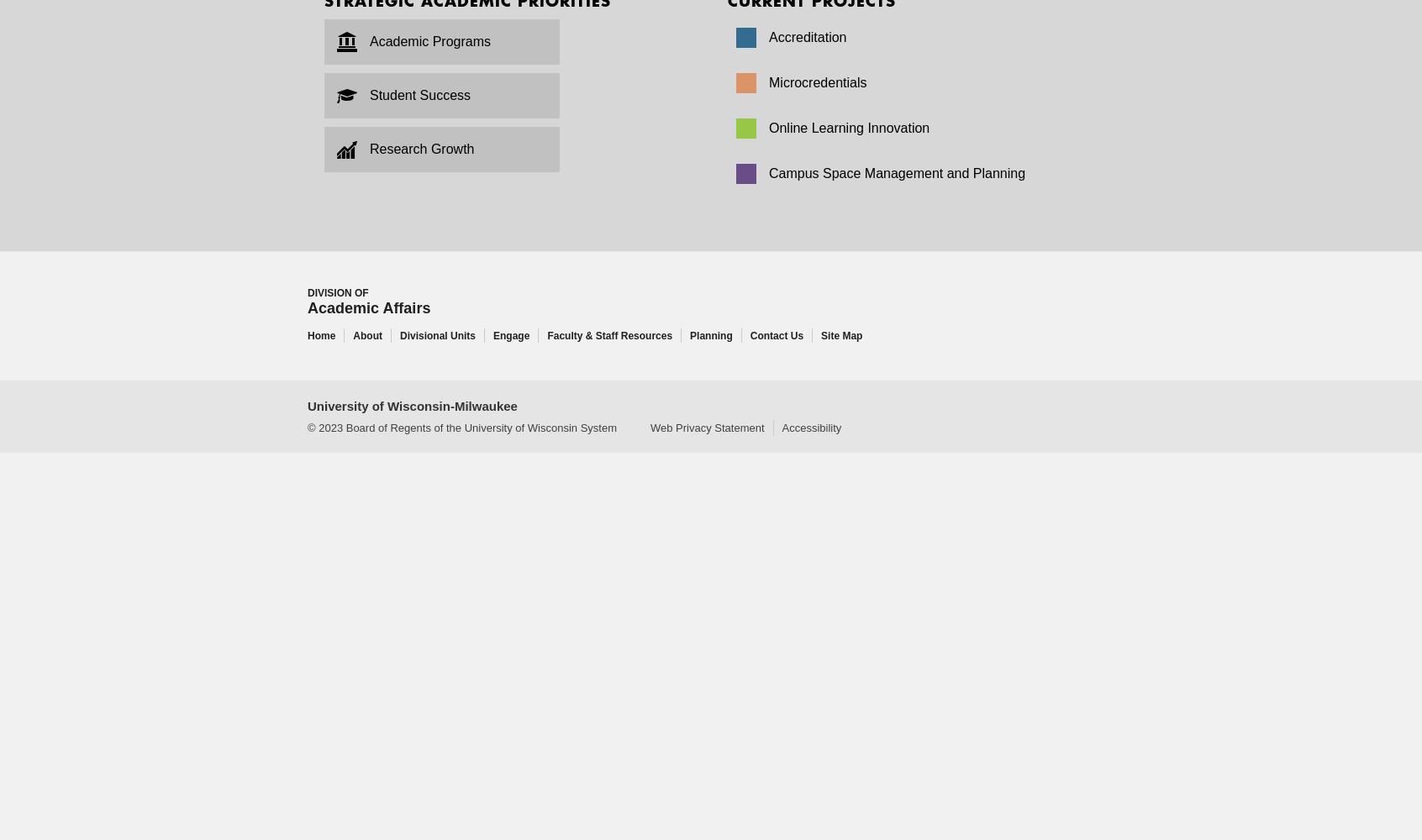 The image size is (1422, 840). What do you see at coordinates (808, 37) in the screenshot?
I see `'Accreditation'` at bounding box center [808, 37].